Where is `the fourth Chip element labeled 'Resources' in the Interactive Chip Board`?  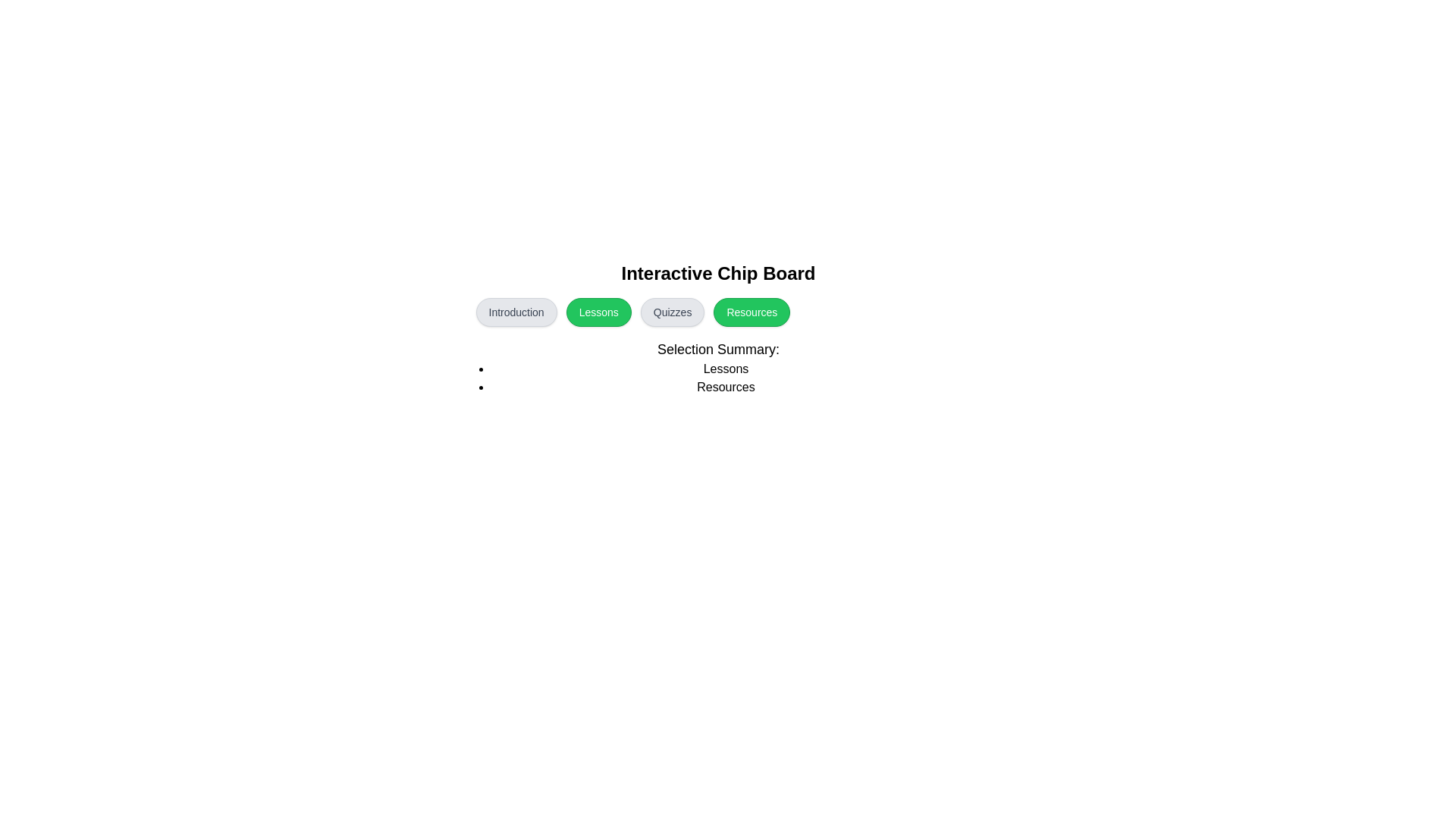
the fourth Chip element labeled 'Resources' in the Interactive Chip Board is located at coordinates (717, 312).